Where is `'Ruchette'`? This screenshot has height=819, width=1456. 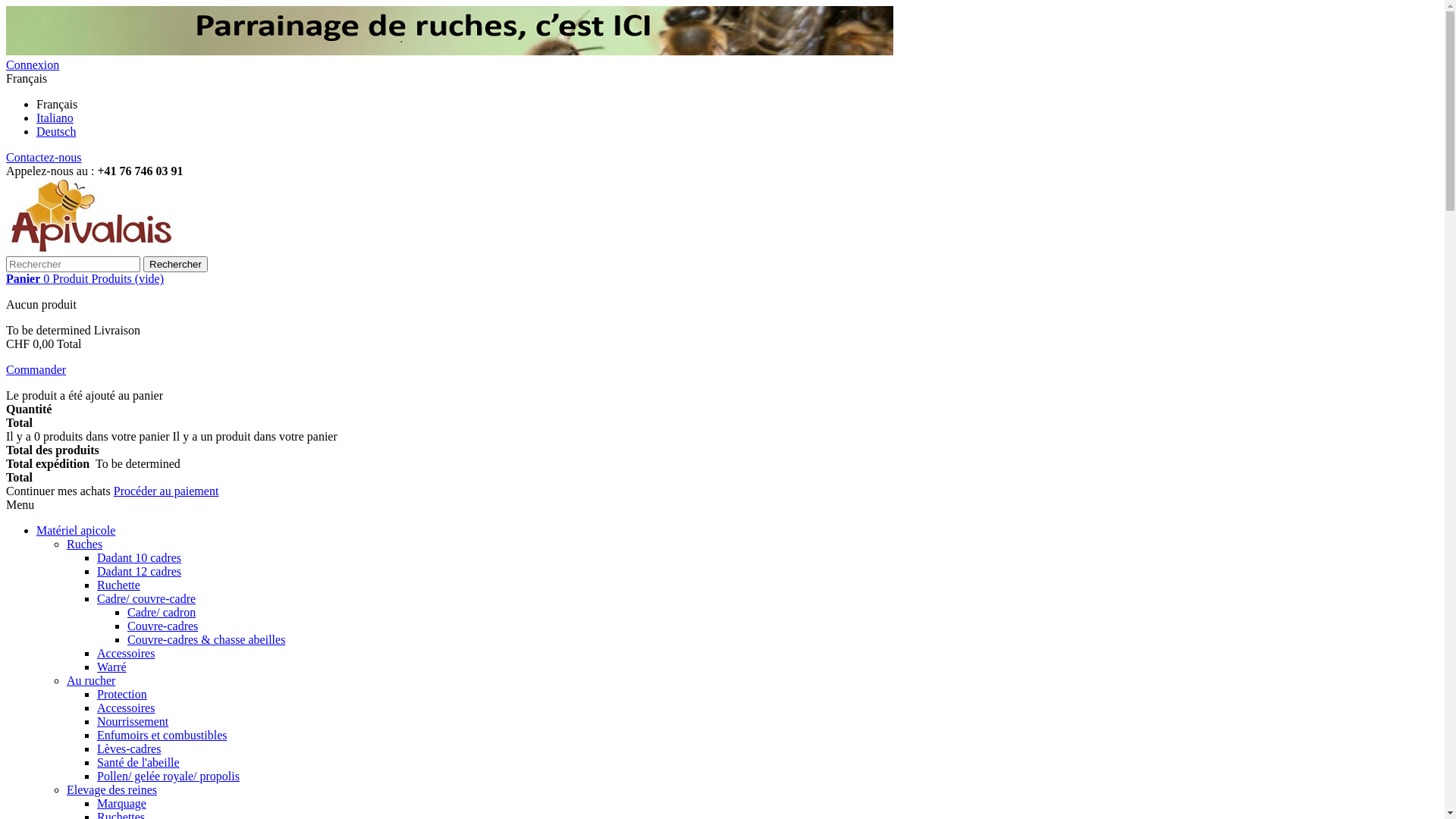 'Ruchette' is located at coordinates (96, 584).